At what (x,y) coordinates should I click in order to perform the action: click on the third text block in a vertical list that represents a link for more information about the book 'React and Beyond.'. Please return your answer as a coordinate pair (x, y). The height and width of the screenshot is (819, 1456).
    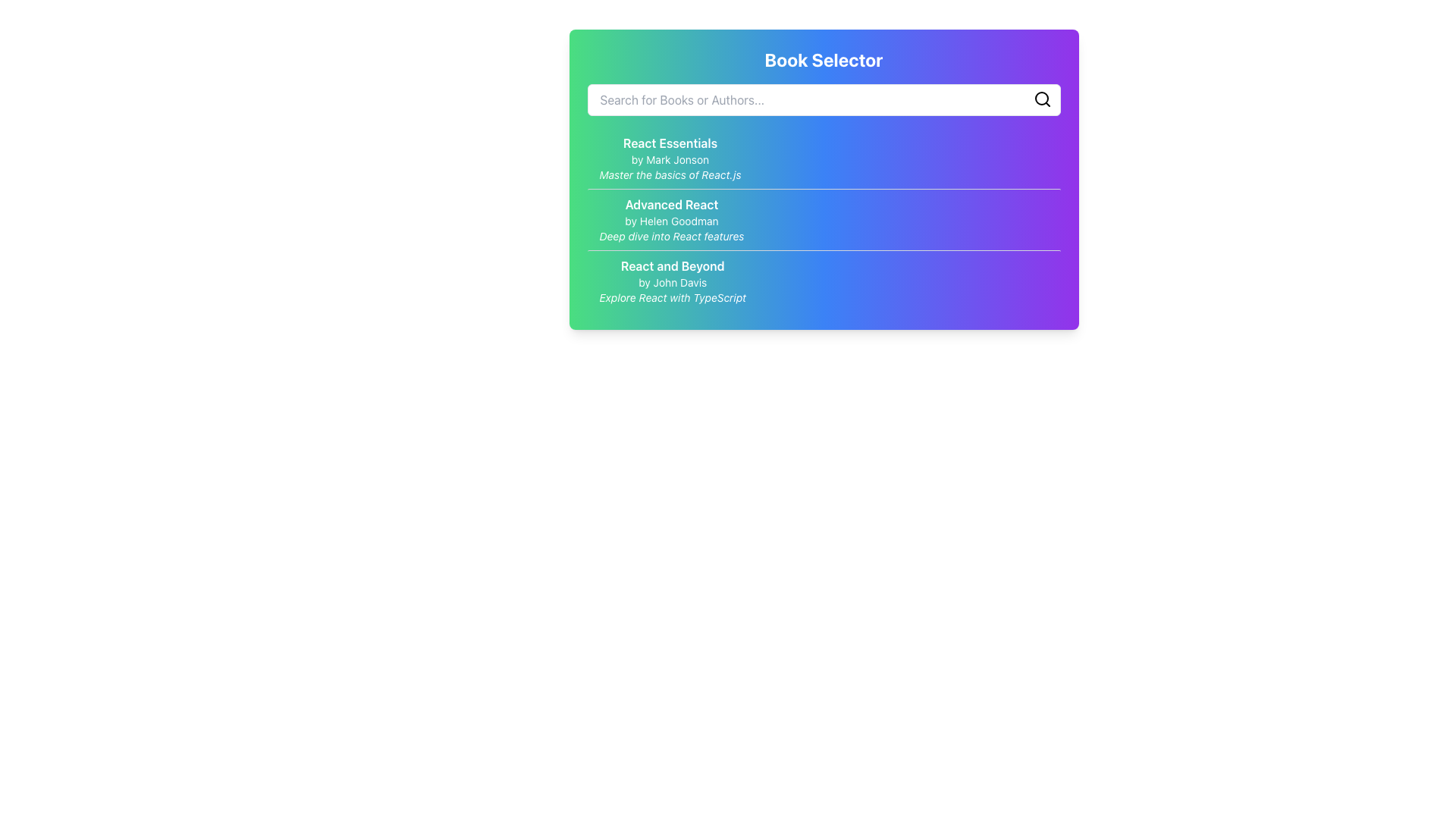
    Looking at the image, I should click on (672, 281).